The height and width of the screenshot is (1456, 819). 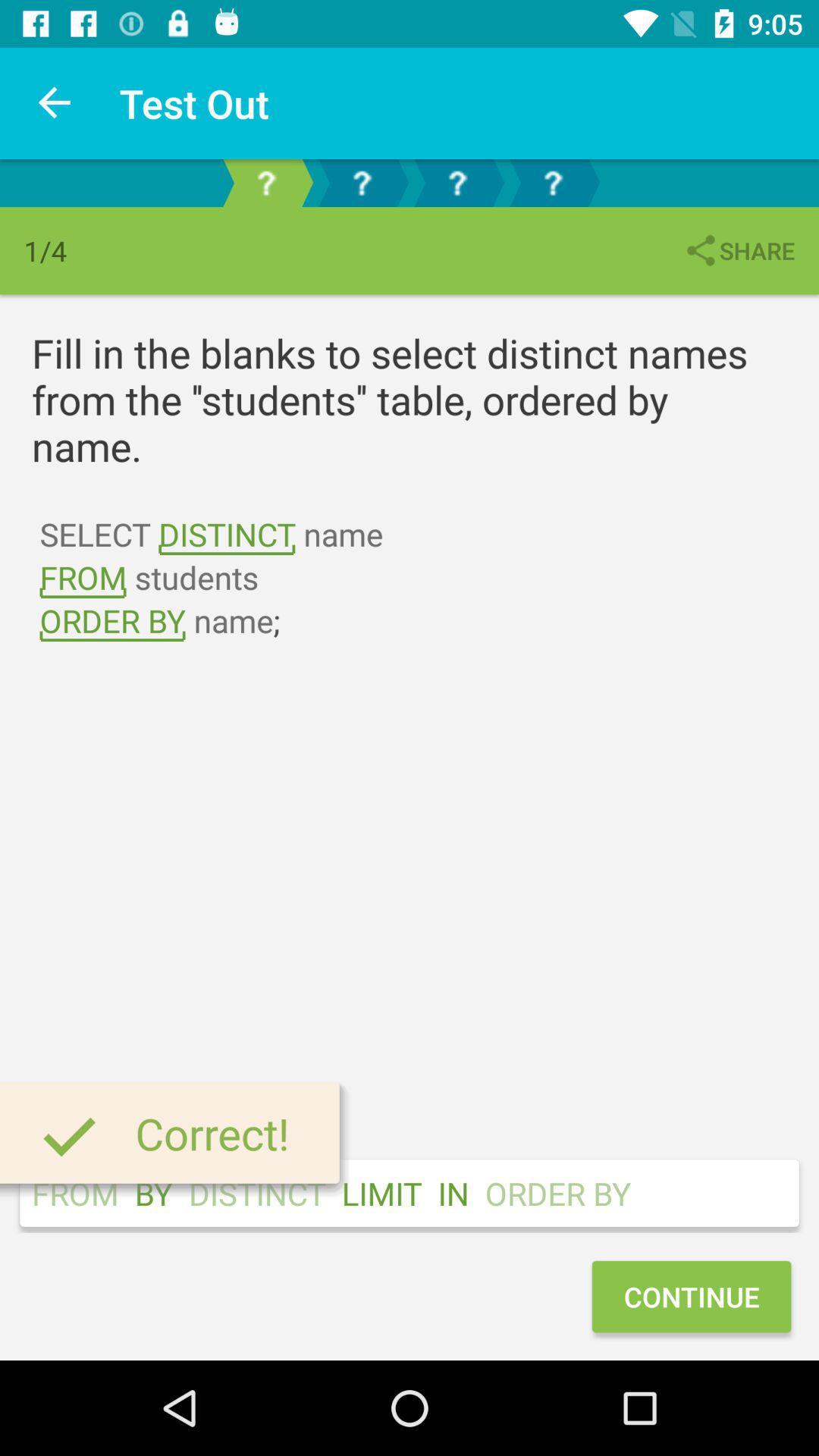 What do you see at coordinates (456, 182) in the screenshot?
I see `the help icon` at bounding box center [456, 182].